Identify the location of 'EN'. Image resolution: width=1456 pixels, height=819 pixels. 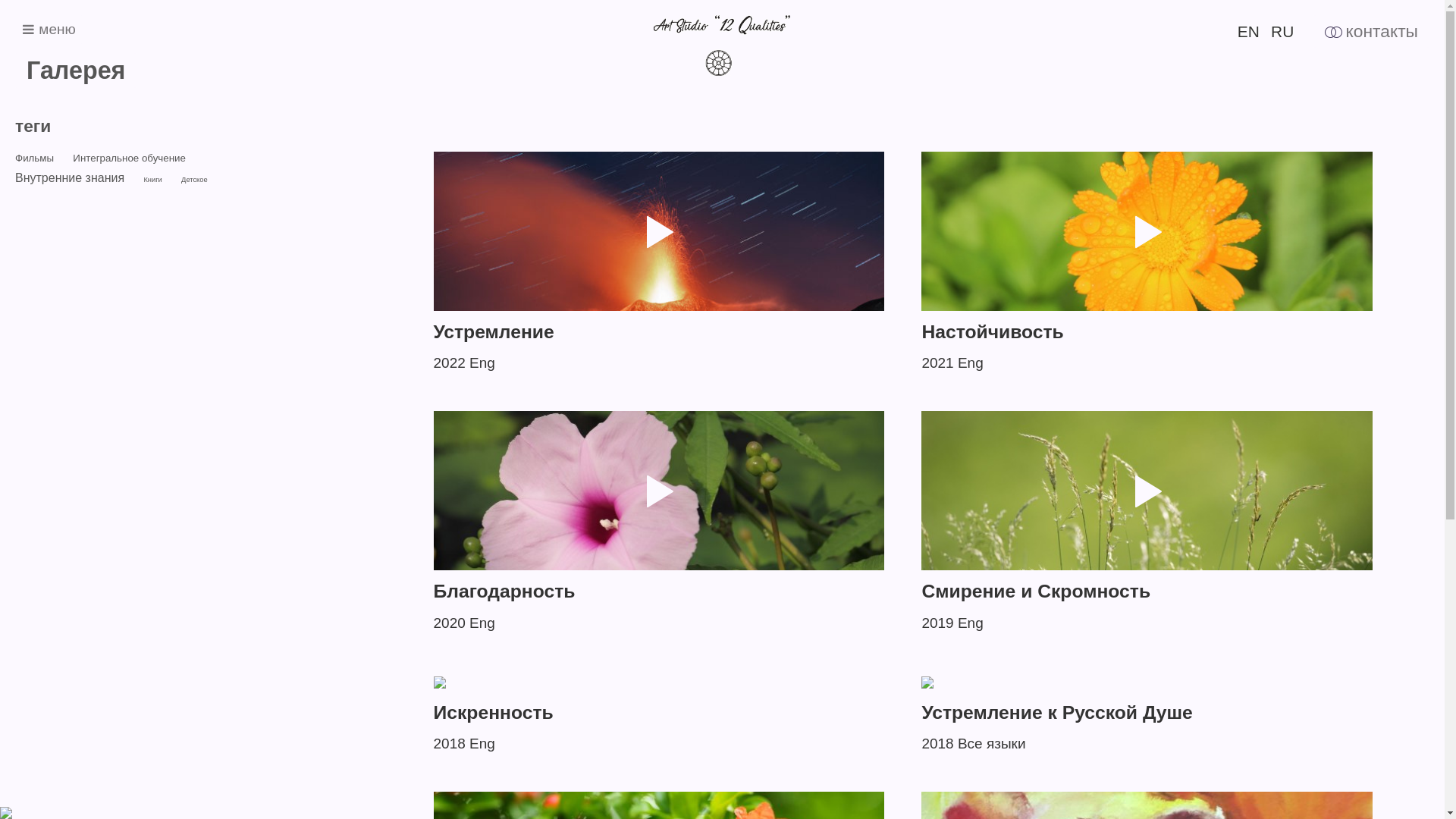
(1248, 31).